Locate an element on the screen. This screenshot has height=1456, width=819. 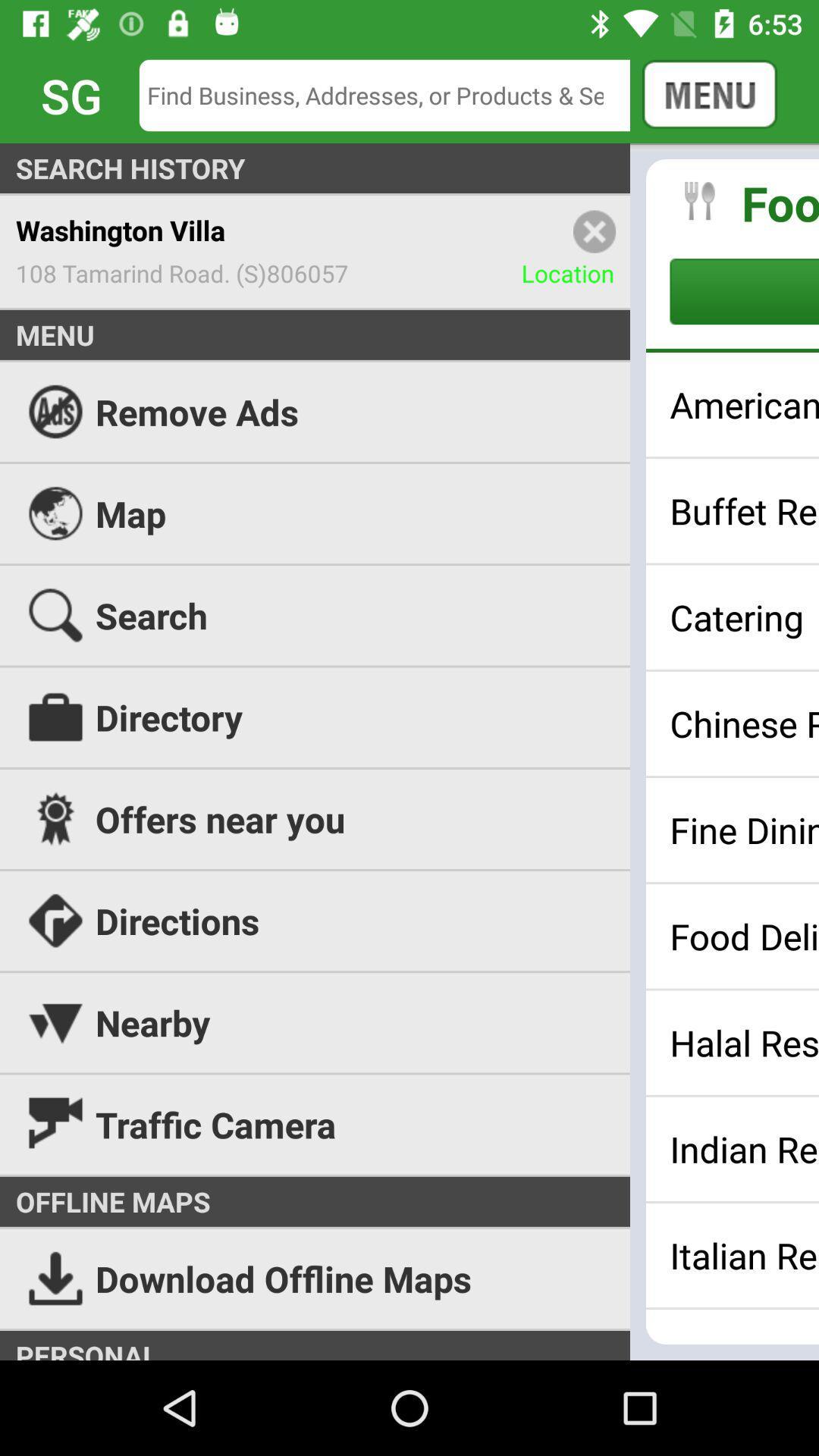
the icon above the offers near you is located at coordinates (743, 723).